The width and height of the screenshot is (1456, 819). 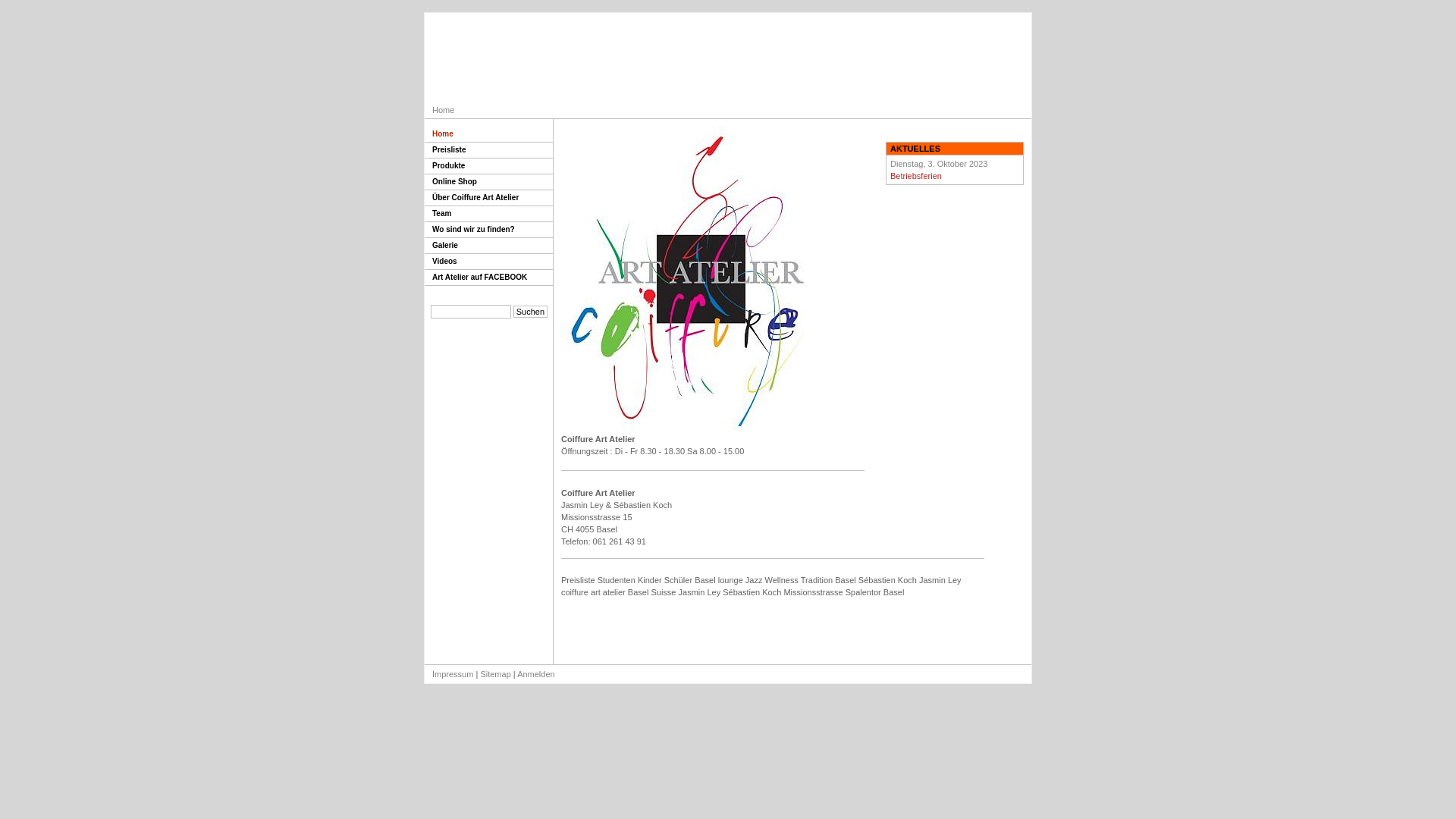 What do you see at coordinates (488, 278) in the screenshot?
I see `'Art Atelier auf FACEBOOK'` at bounding box center [488, 278].